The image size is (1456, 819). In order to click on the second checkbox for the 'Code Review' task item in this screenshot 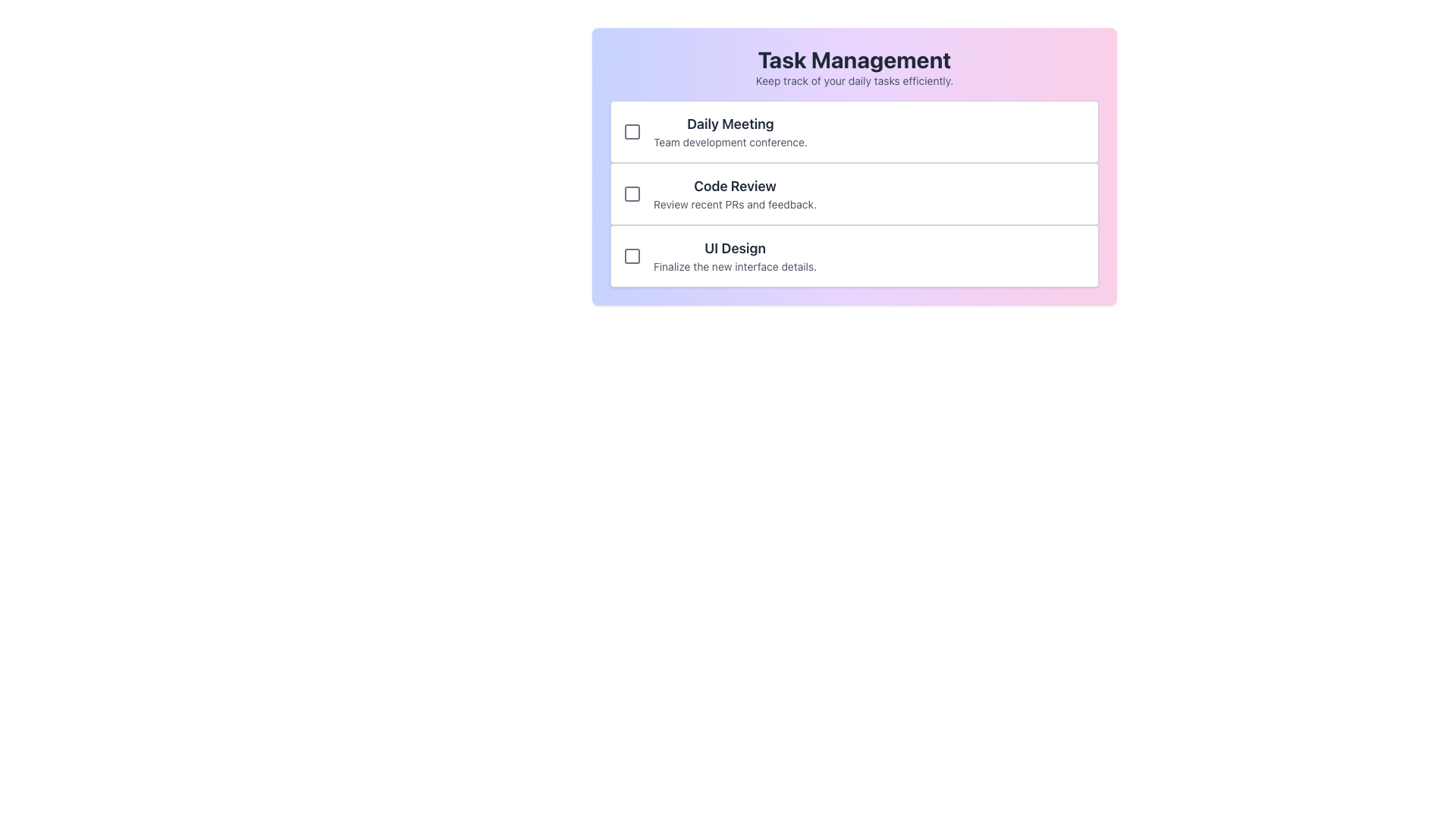, I will do `click(632, 193)`.